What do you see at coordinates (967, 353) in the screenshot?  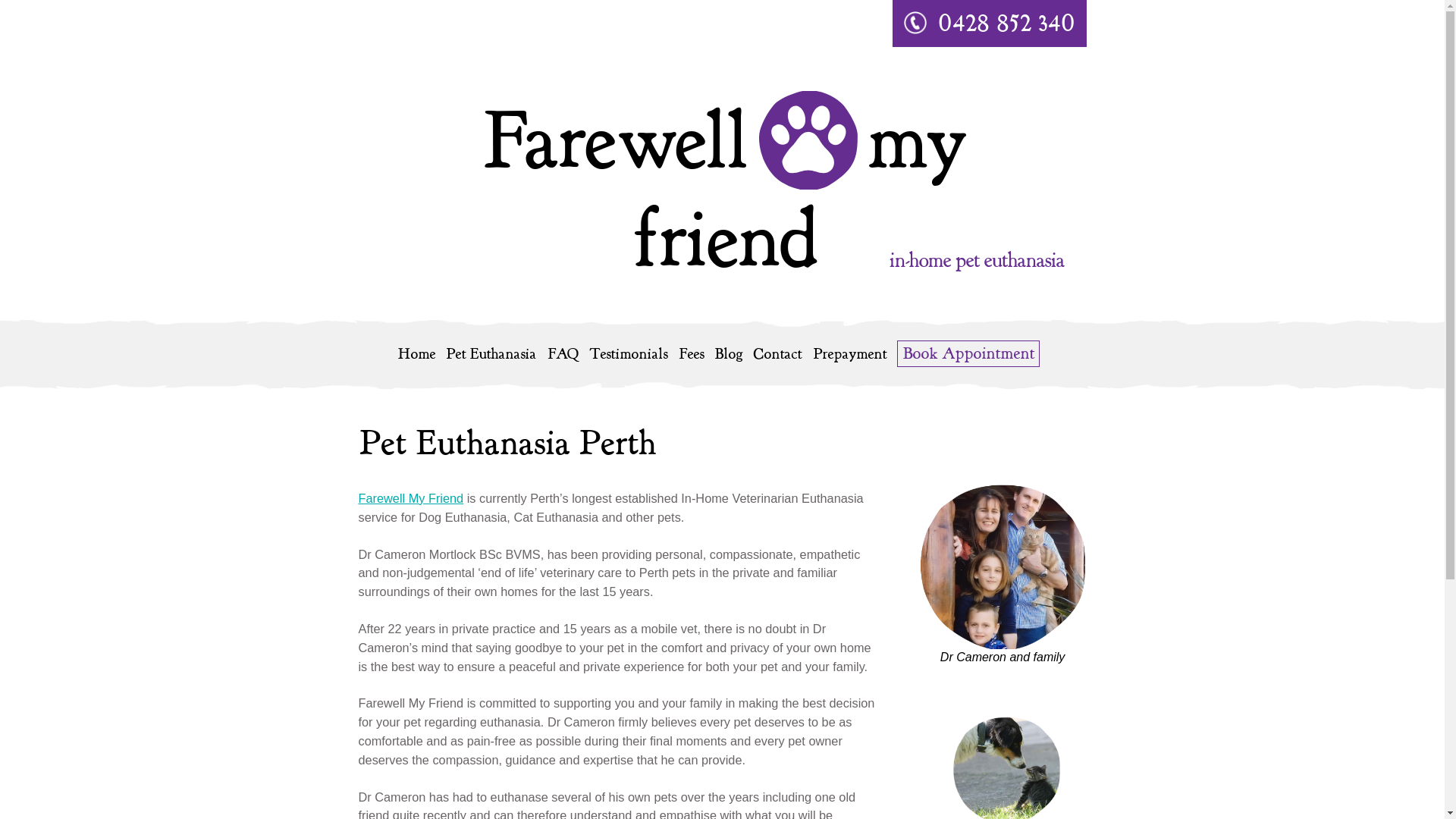 I see `'Book Appointment'` at bounding box center [967, 353].